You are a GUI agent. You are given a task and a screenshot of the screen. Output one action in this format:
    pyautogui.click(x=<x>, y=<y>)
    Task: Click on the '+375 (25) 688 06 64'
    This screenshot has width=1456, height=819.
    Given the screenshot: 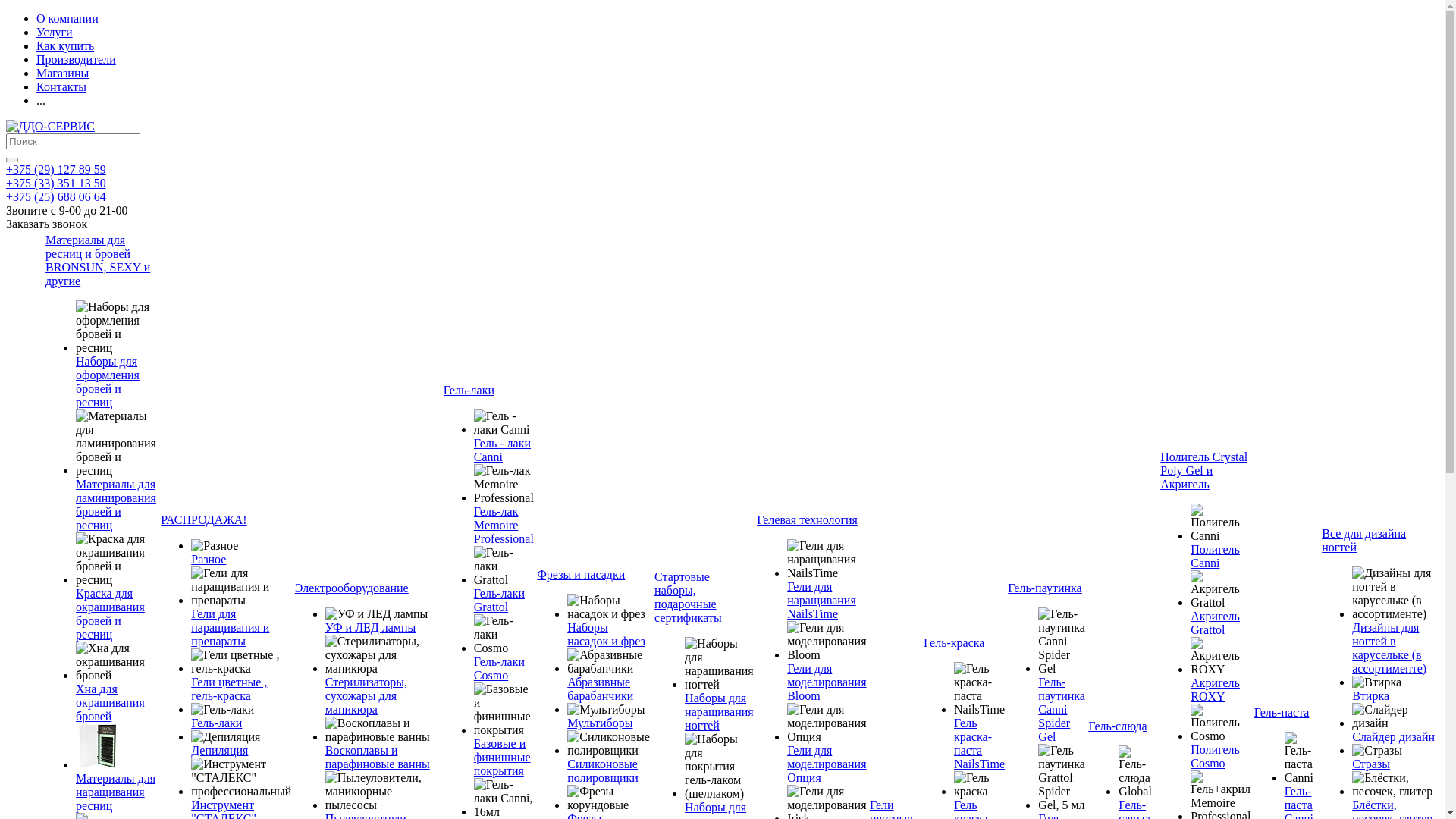 What is the action you would take?
    pyautogui.click(x=55, y=196)
    